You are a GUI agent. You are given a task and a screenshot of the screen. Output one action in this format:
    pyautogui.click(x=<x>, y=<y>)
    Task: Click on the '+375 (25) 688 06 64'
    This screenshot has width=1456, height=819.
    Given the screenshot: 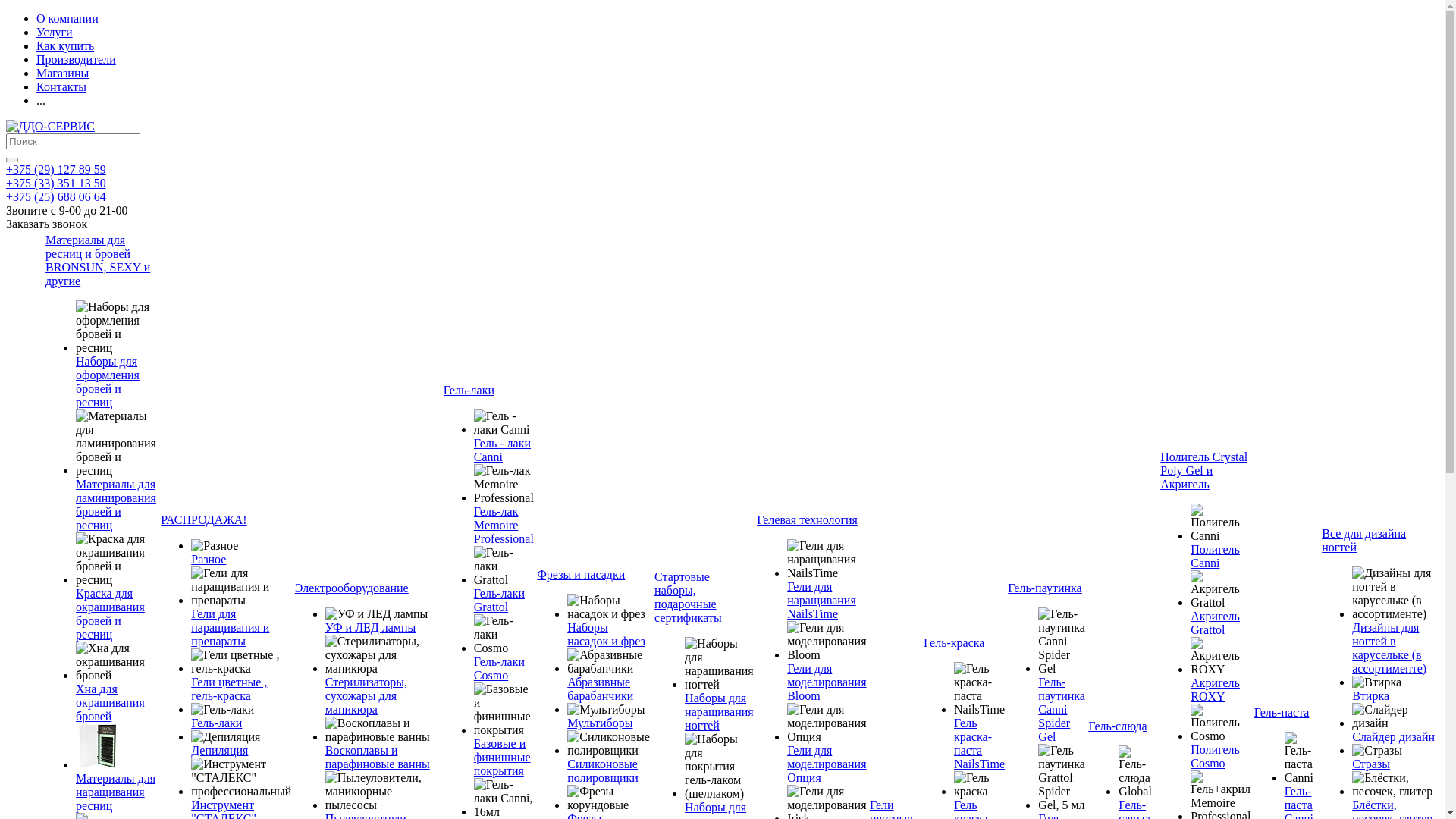 What is the action you would take?
    pyautogui.click(x=55, y=196)
    